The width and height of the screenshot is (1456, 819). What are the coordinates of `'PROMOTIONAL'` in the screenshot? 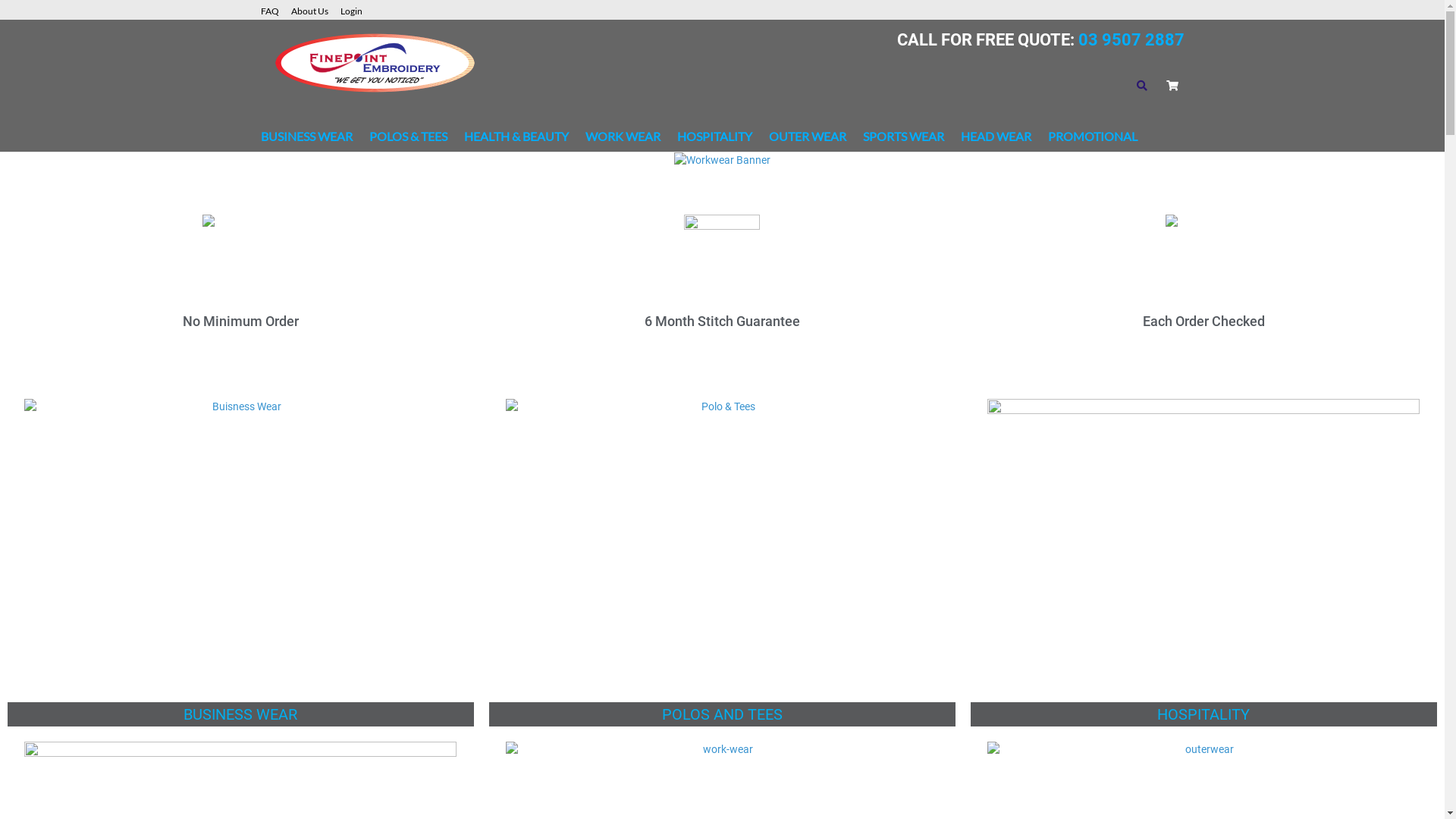 It's located at (1047, 136).